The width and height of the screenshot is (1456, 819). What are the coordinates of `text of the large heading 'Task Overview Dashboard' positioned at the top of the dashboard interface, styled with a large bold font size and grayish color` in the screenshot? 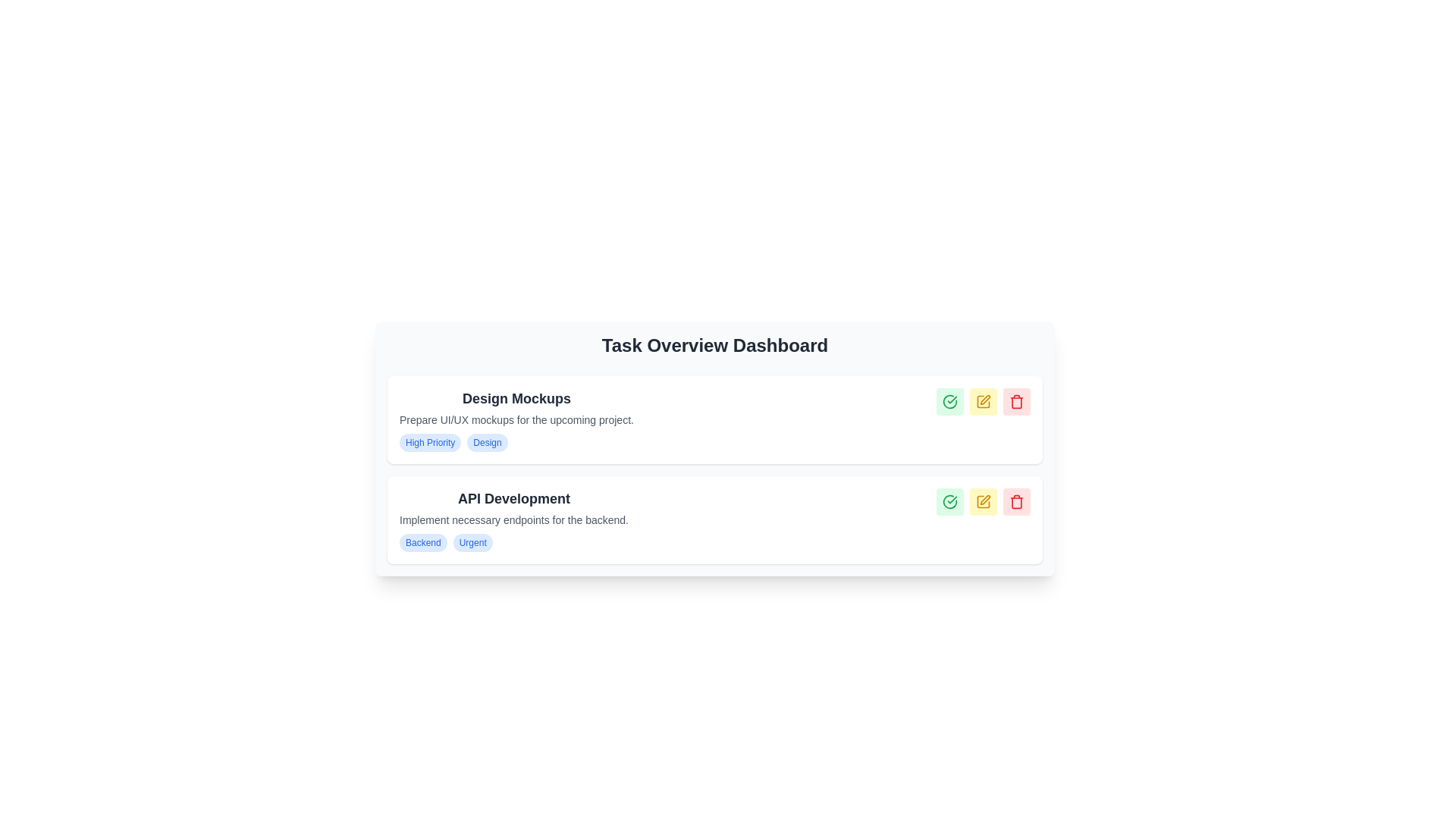 It's located at (714, 345).